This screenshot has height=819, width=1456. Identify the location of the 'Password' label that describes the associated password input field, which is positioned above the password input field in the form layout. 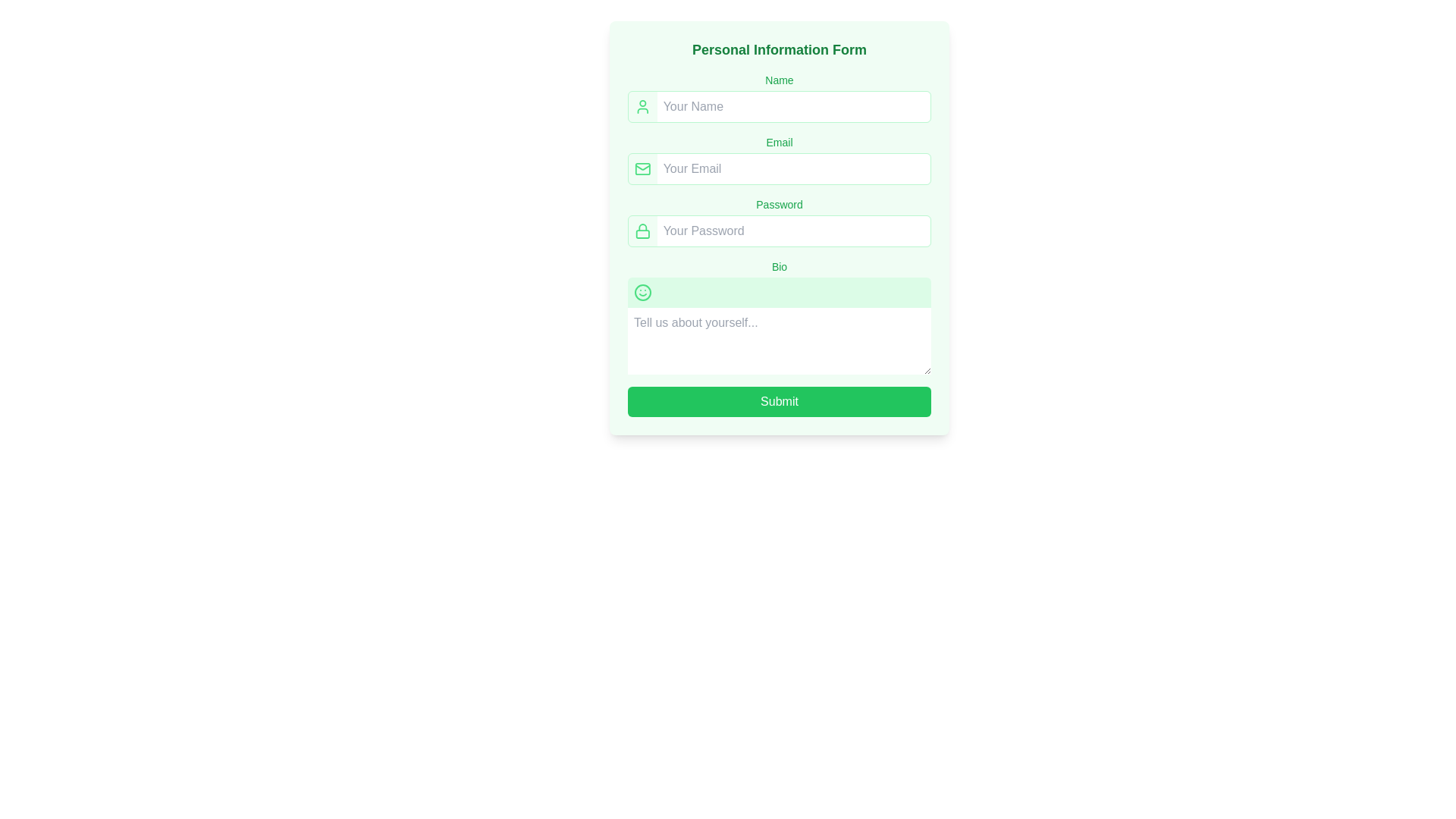
(779, 205).